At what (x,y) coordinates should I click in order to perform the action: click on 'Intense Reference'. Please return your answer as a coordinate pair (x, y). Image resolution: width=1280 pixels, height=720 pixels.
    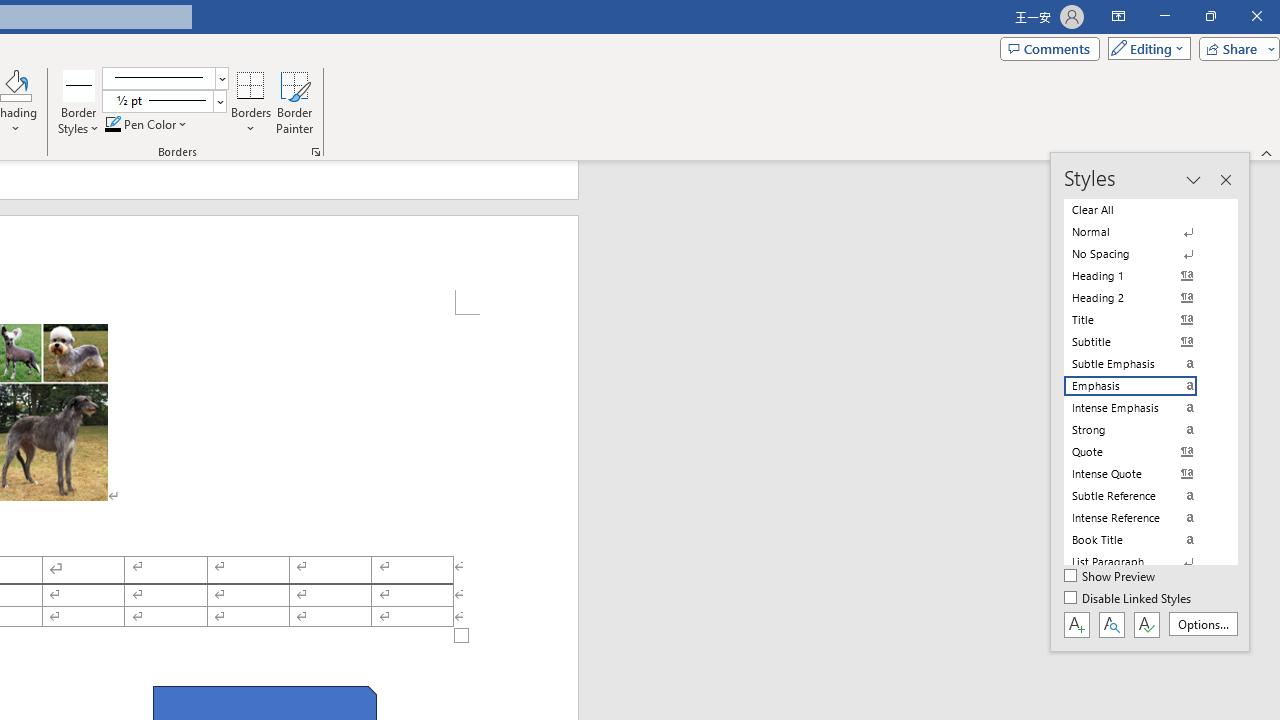
    Looking at the image, I should click on (1142, 517).